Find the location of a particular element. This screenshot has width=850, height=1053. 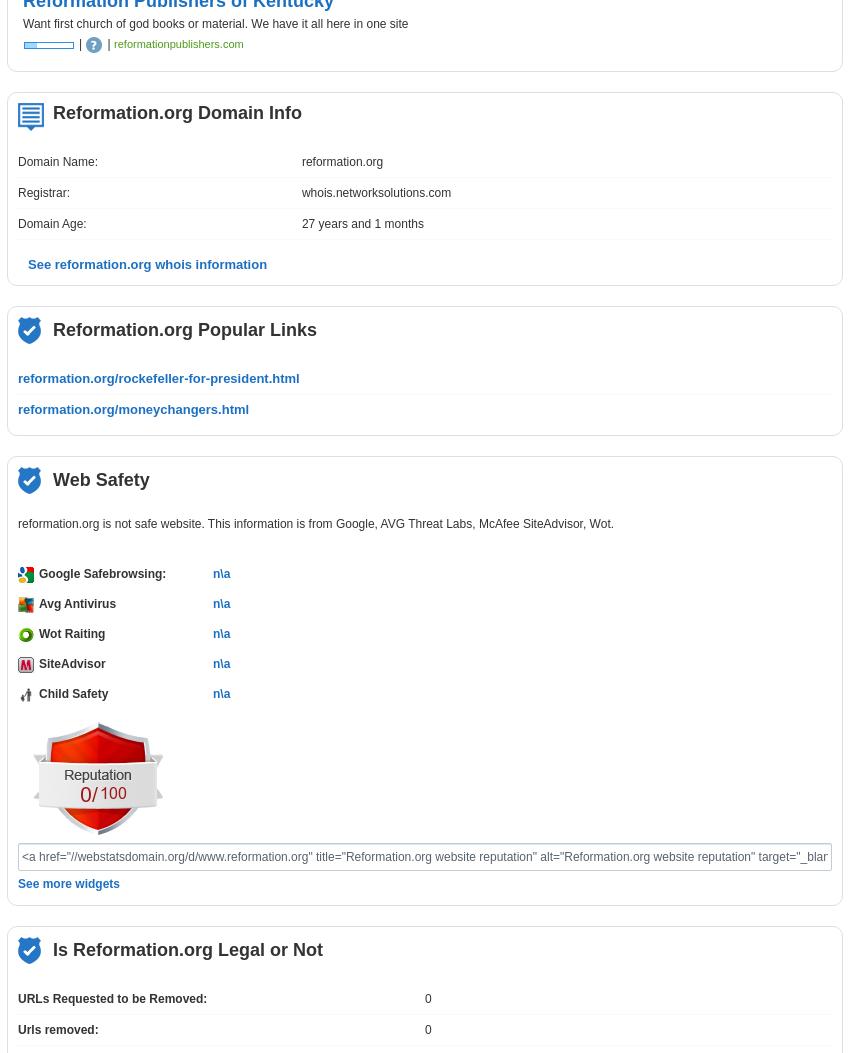

'Child Safety' is located at coordinates (73, 694).